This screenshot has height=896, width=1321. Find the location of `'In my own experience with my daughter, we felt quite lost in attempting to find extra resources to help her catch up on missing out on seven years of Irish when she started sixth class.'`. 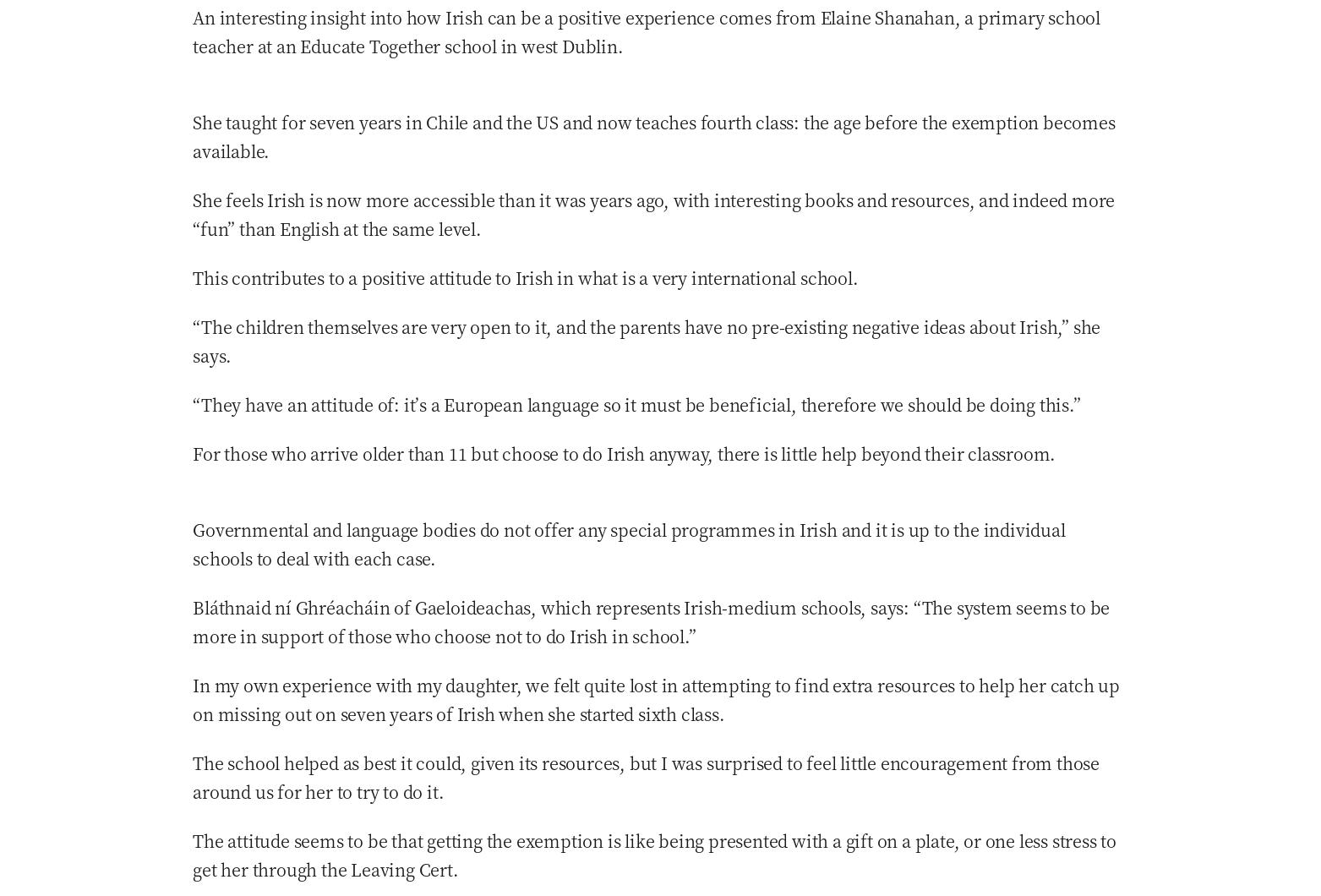

'In my own experience with my daughter, we felt quite lost in attempting to find extra resources to help her catch up on missing out on seven years of Irish when she started sixth class.' is located at coordinates (656, 698).